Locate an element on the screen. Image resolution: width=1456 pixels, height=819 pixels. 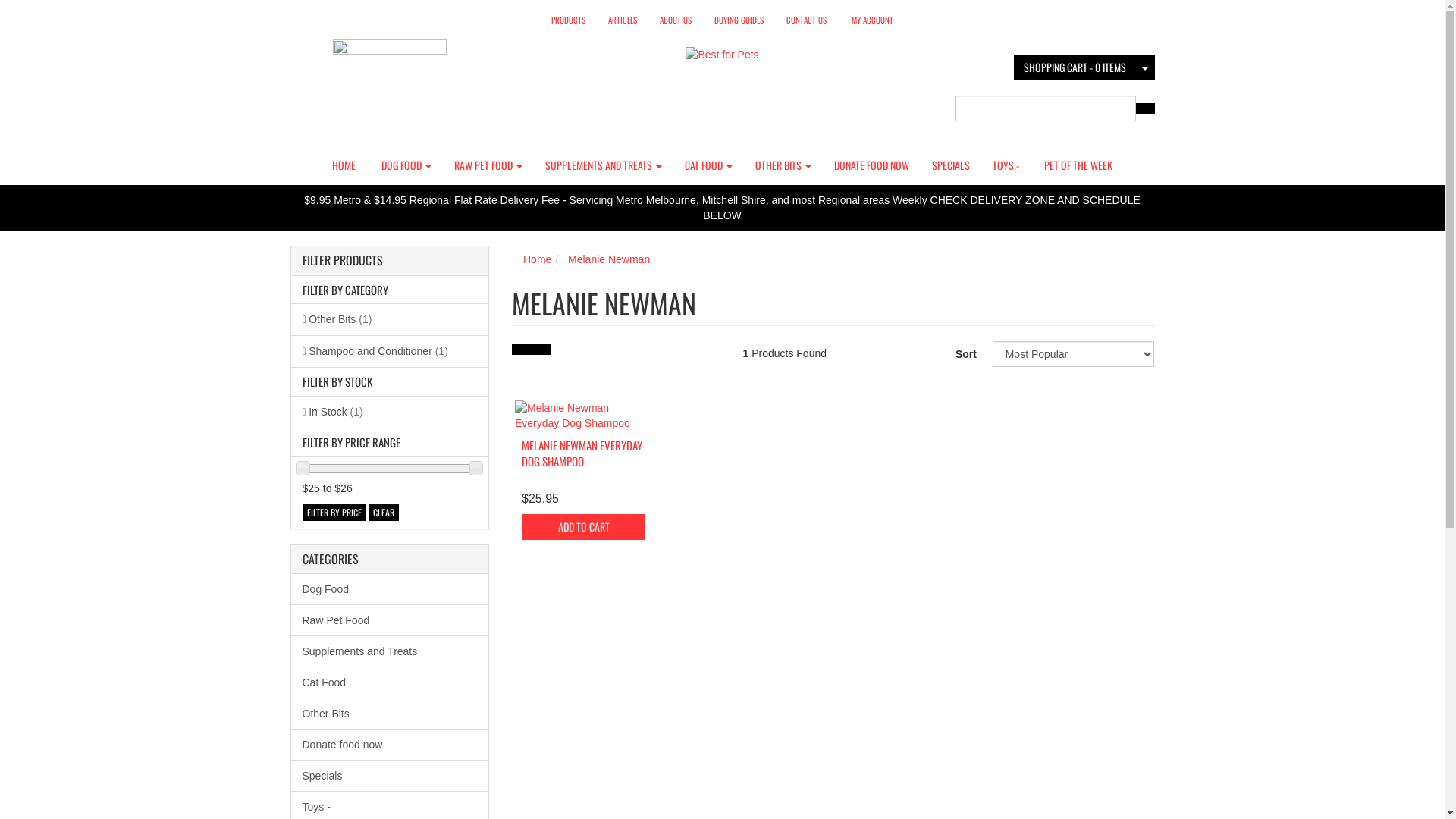
'Home' is located at coordinates (537, 259).